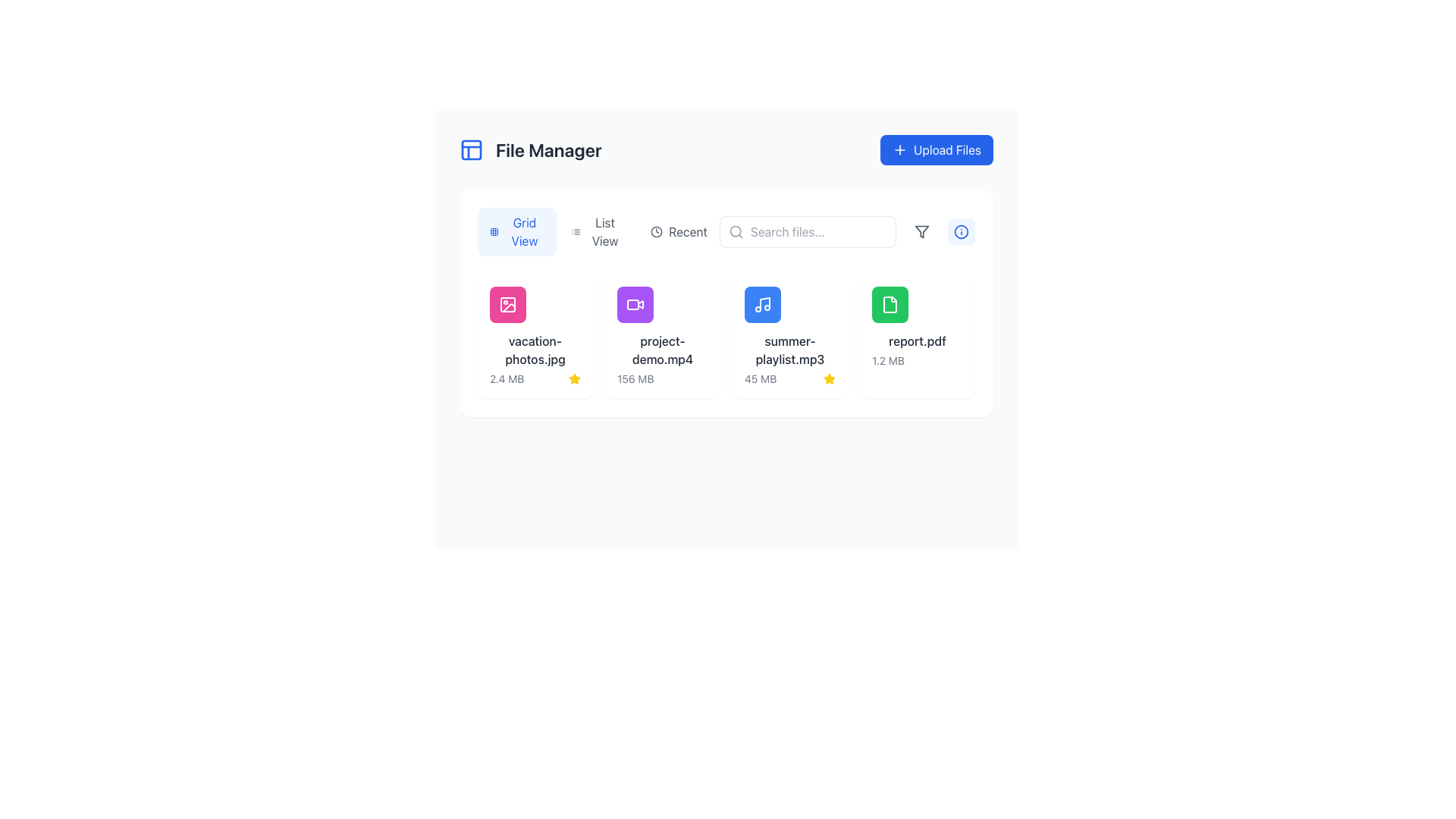 This screenshot has height=819, width=1456. Describe the element at coordinates (604, 231) in the screenshot. I see `the 'List View' toggle button located on the left side of the interface, next to the 'Grid View' element` at that location.